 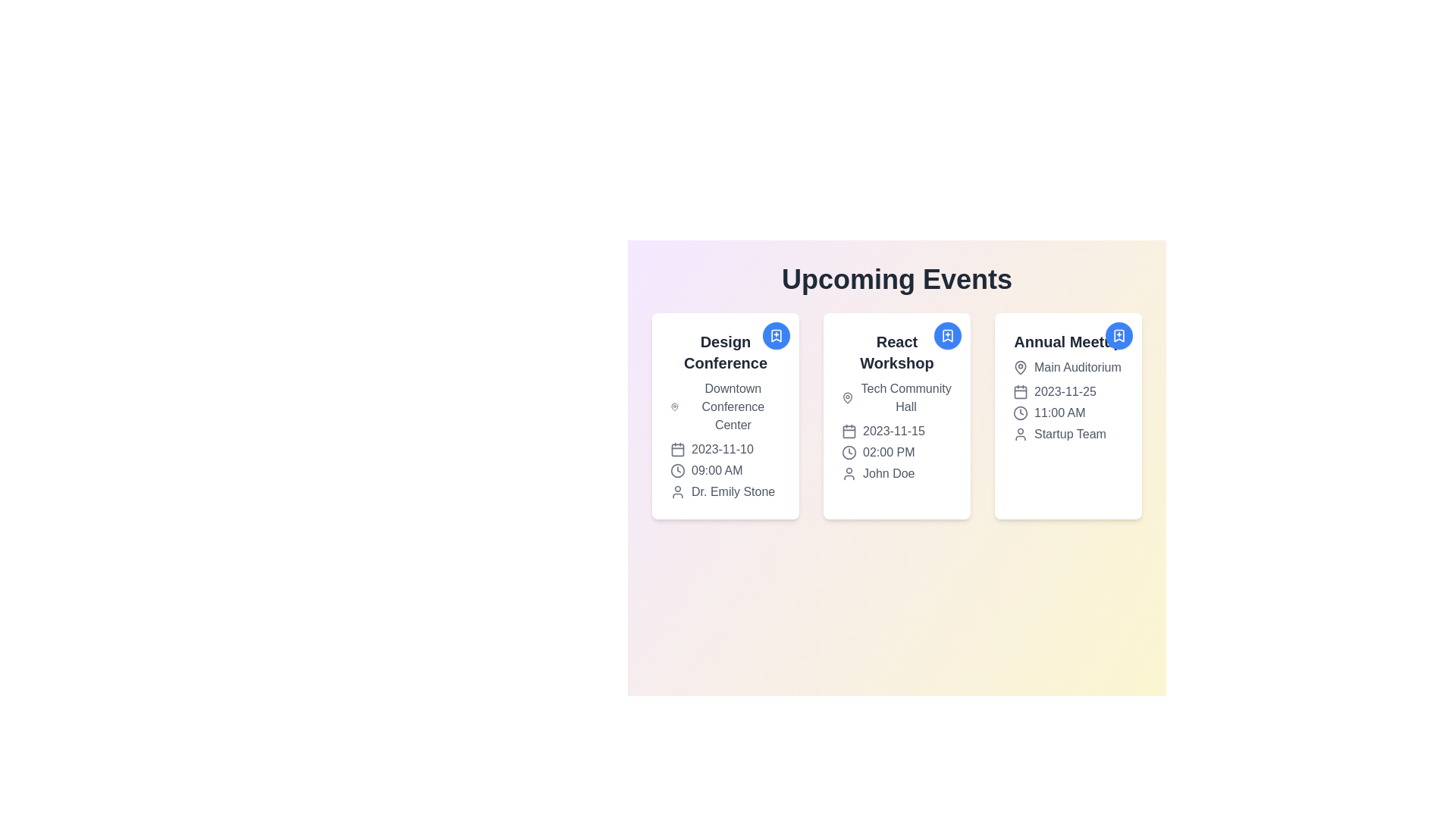 What do you see at coordinates (1020, 391) in the screenshot?
I see `the calendar icon located in the left part of the 'Annual Meeting' event details within the third event card of the 'Upcoming Events' section` at bounding box center [1020, 391].